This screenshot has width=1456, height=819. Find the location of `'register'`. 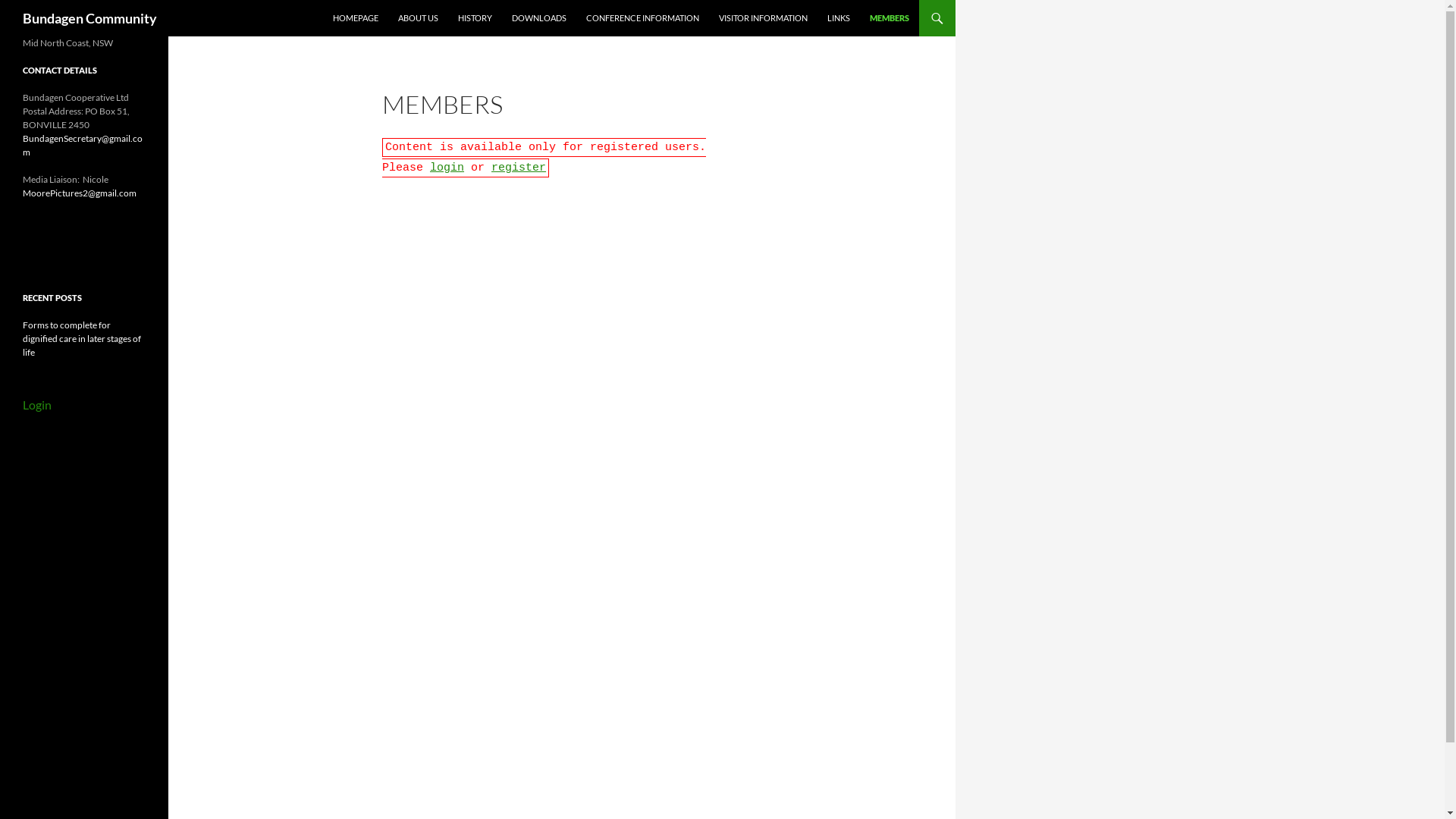

'register' is located at coordinates (491, 168).